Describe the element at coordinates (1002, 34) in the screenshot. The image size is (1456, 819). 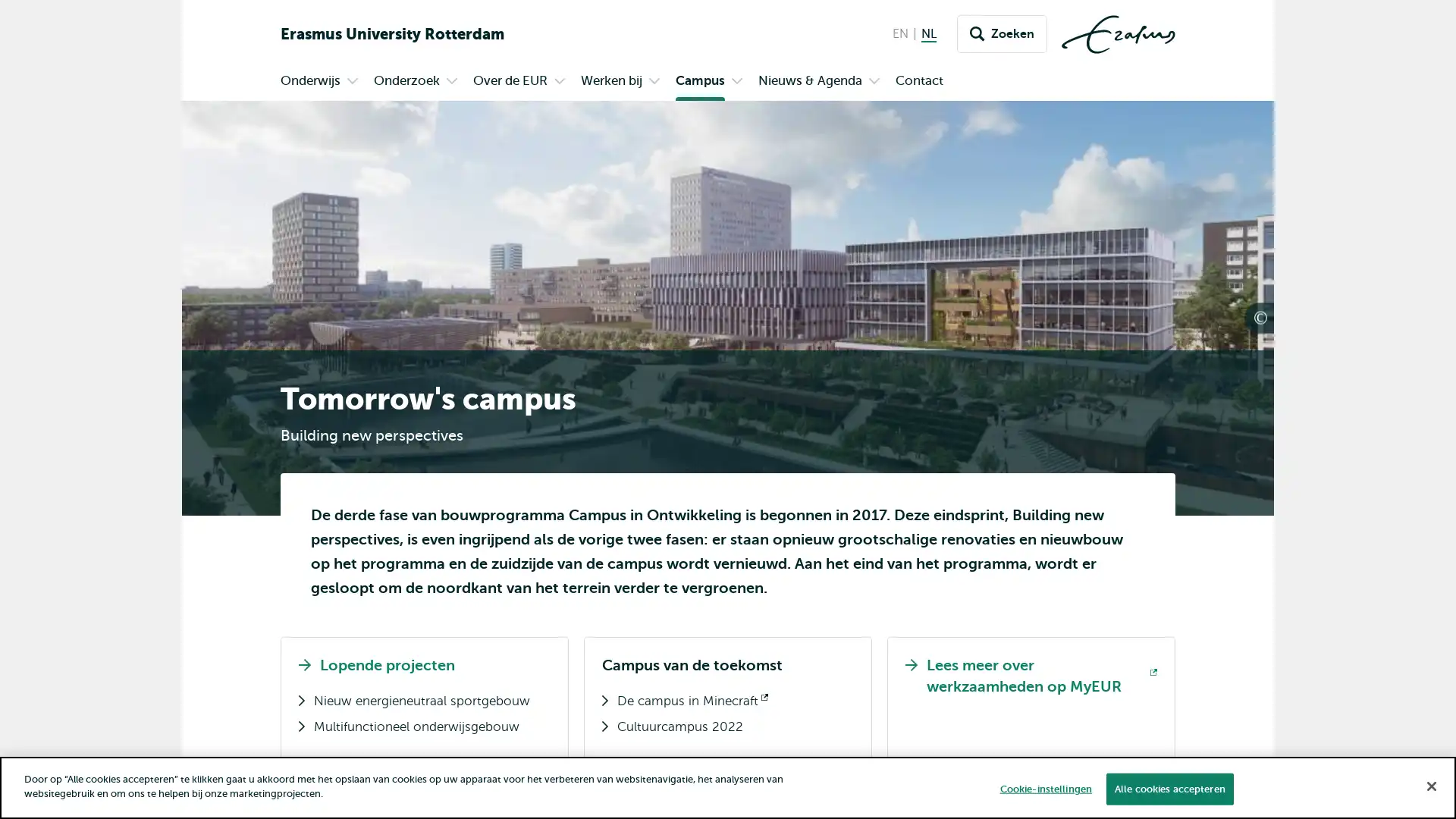
I see `Zoeken` at that location.